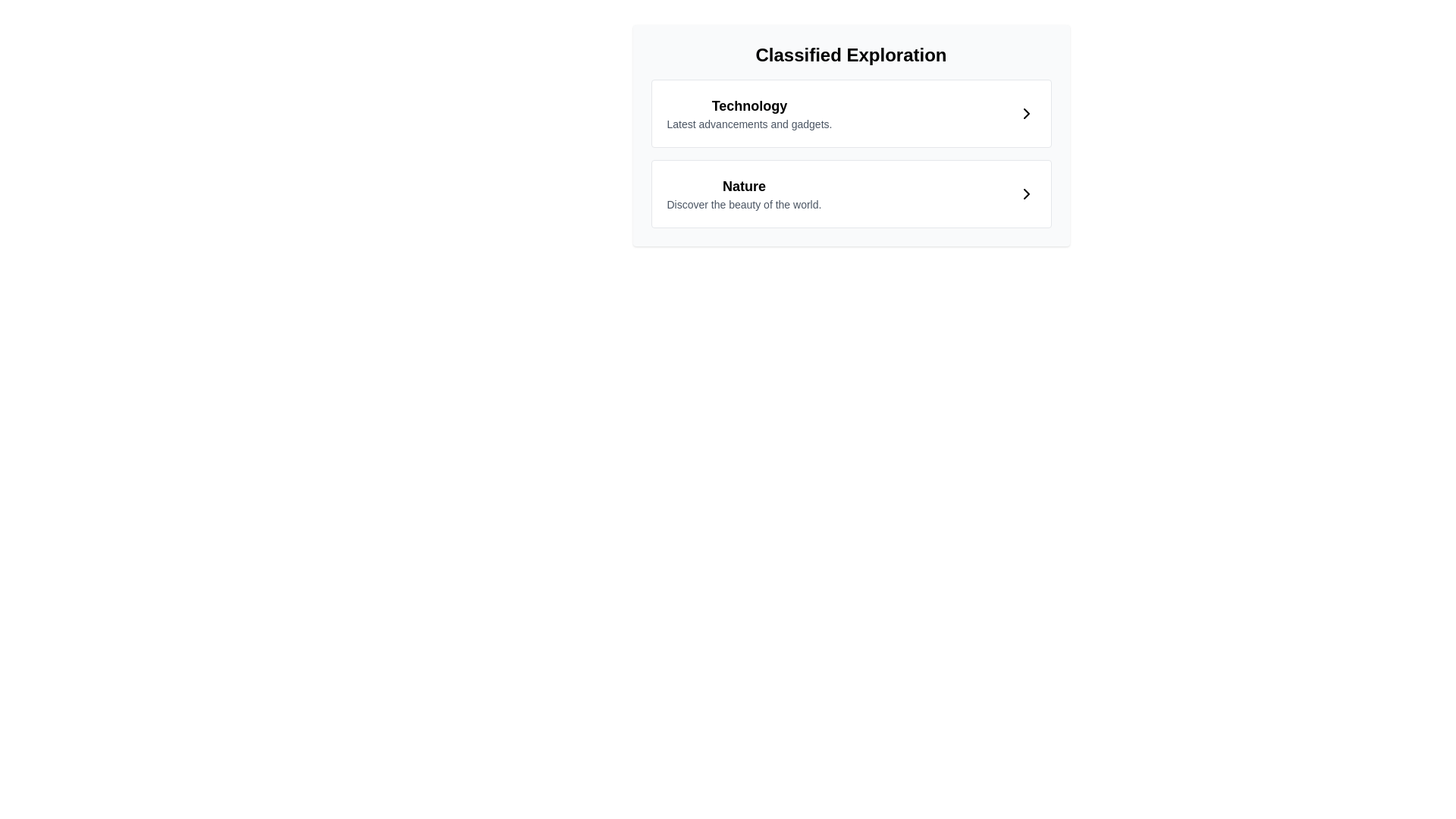 The width and height of the screenshot is (1456, 819). What do you see at coordinates (749, 113) in the screenshot?
I see `the first text-based clickable item in the vertical list that navigates to technology and gadget advancements` at bounding box center [749, 113].